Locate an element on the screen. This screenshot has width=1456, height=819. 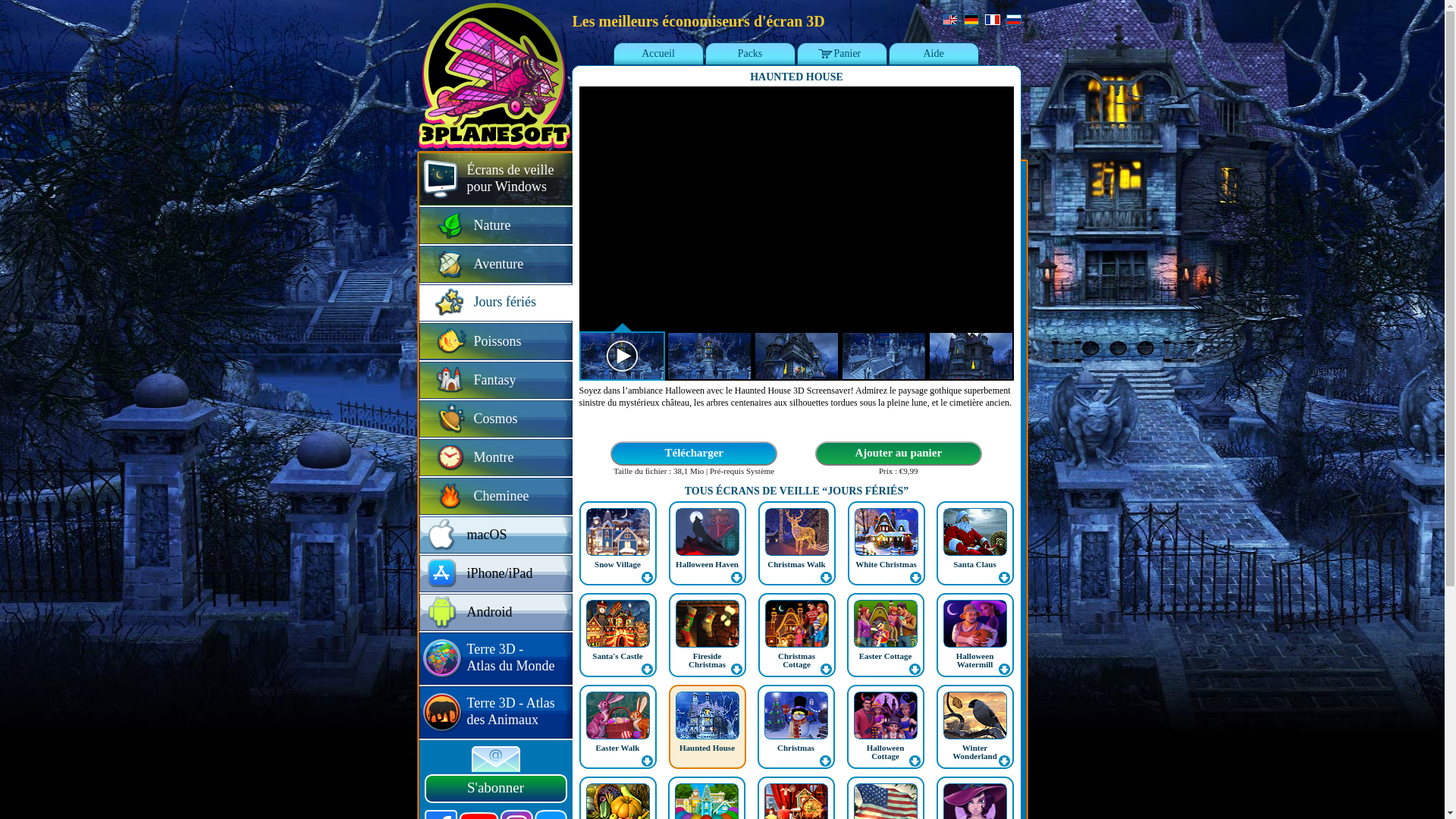
'Cheminee' is located at coordinates (494, 497).